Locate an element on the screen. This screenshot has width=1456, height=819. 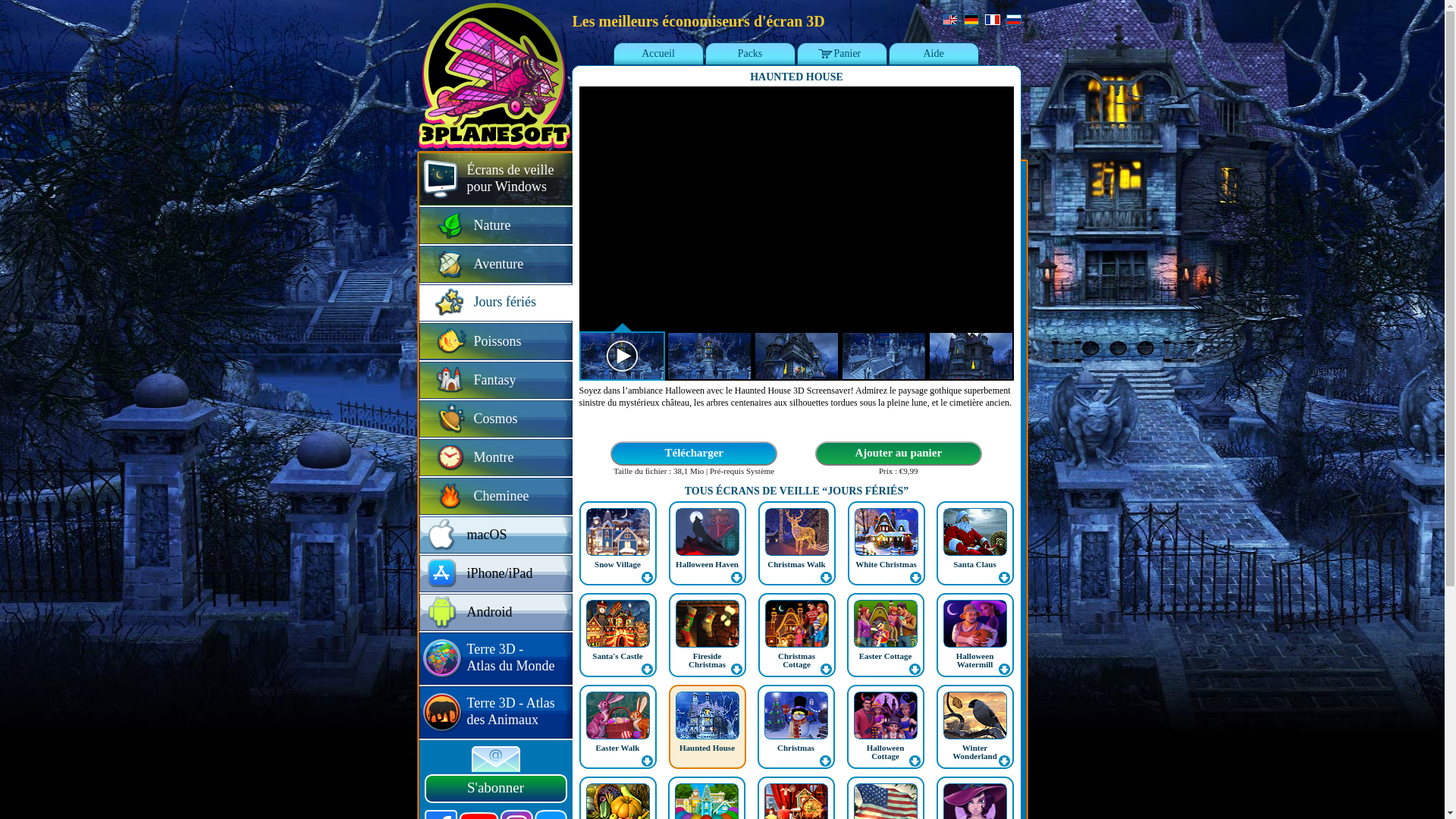
'Cheminee' is located at coordinates (494, 497).